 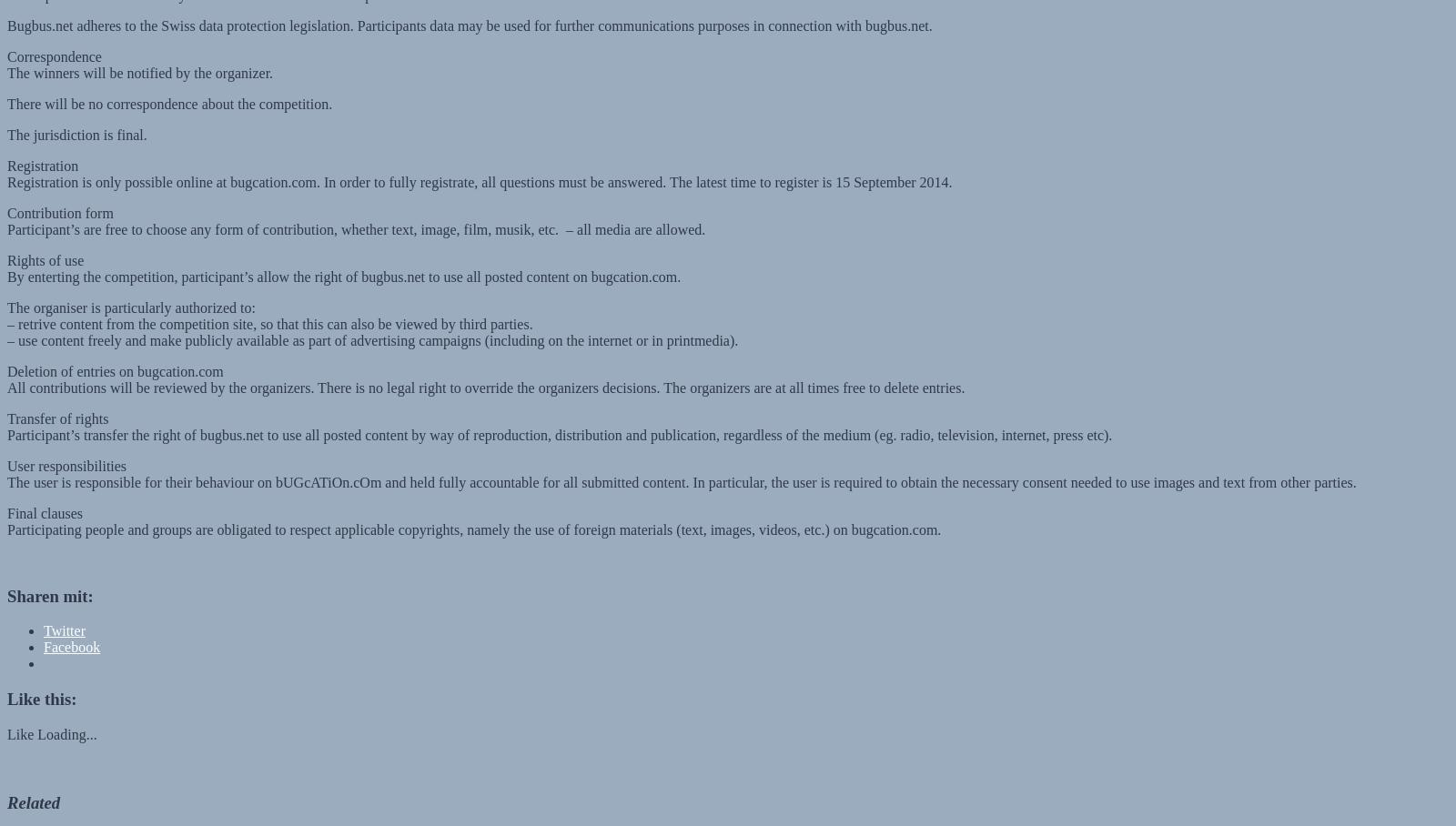 What do you see at coordinates (6, 211) in the screenshot?
I see `'Participant’s are free to choose any form of contribution, whether text, image, film, musik, etc.  – all media are allowed.'` at bounding box center [6, 211].